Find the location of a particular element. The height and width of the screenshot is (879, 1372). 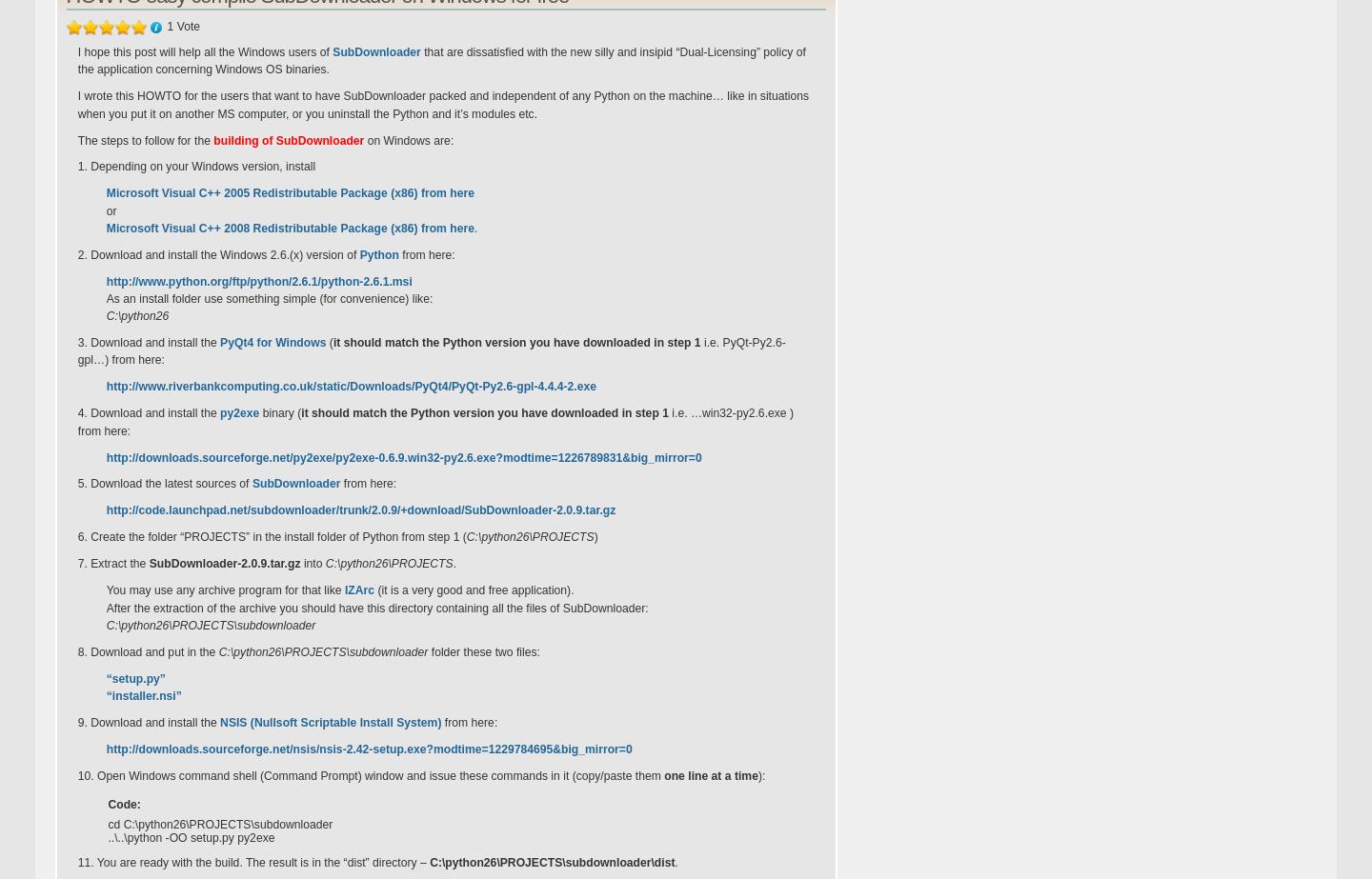

'IZArc' is located at coordinates (357, 589).